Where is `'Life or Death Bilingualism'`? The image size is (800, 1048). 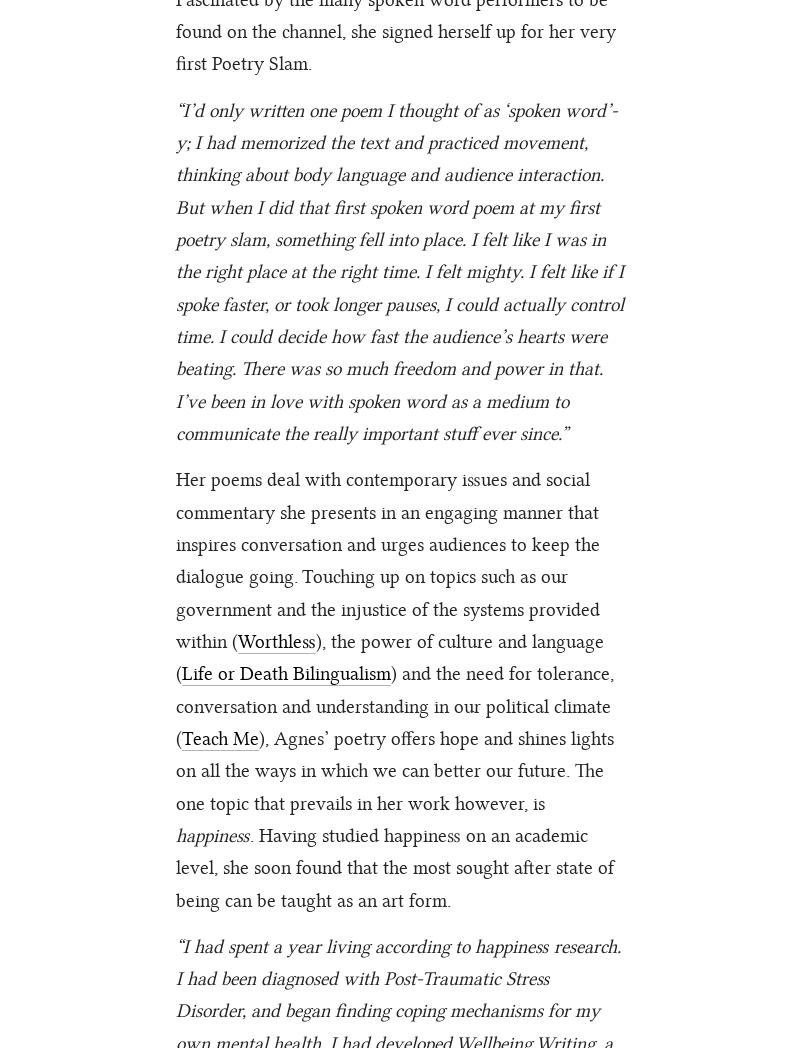
'Life or Death Bilingualism' is located at coordinates (286, 673).